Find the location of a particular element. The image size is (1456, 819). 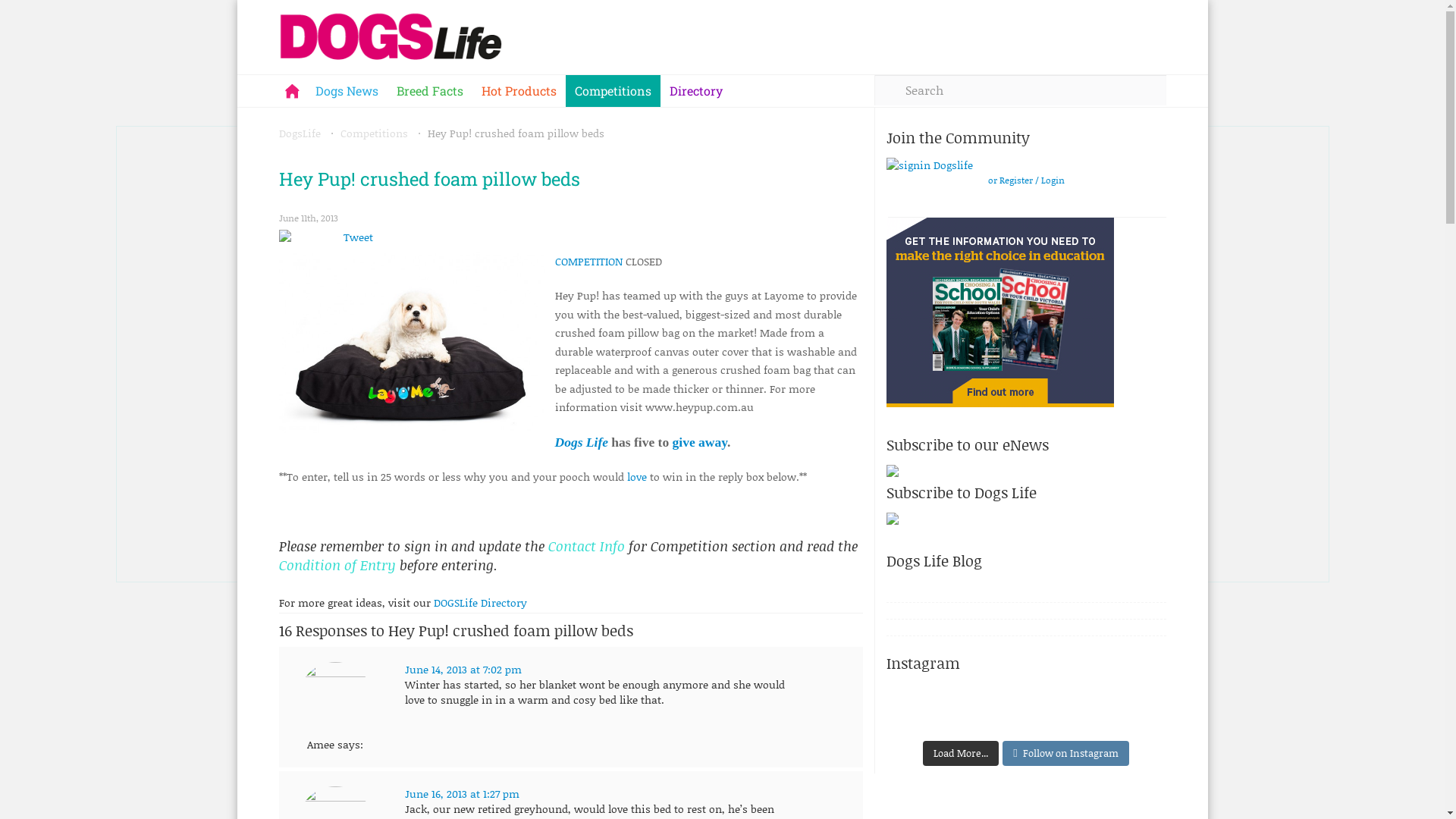

'Hot Products' is located at coordinates (471, 90).